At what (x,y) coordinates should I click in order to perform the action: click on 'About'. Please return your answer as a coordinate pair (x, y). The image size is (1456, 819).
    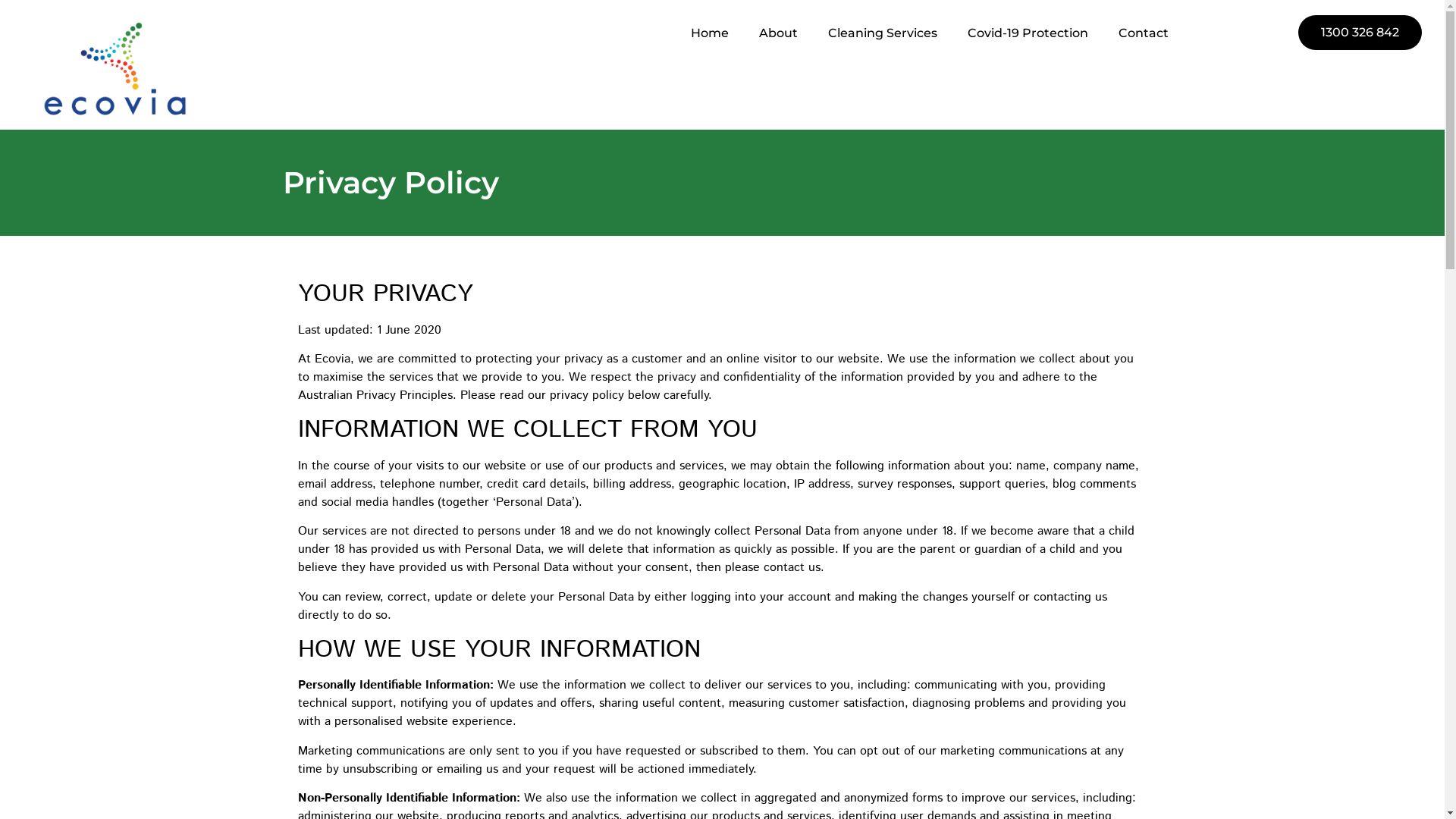
    Looking at the image, I should click on (778, 33).